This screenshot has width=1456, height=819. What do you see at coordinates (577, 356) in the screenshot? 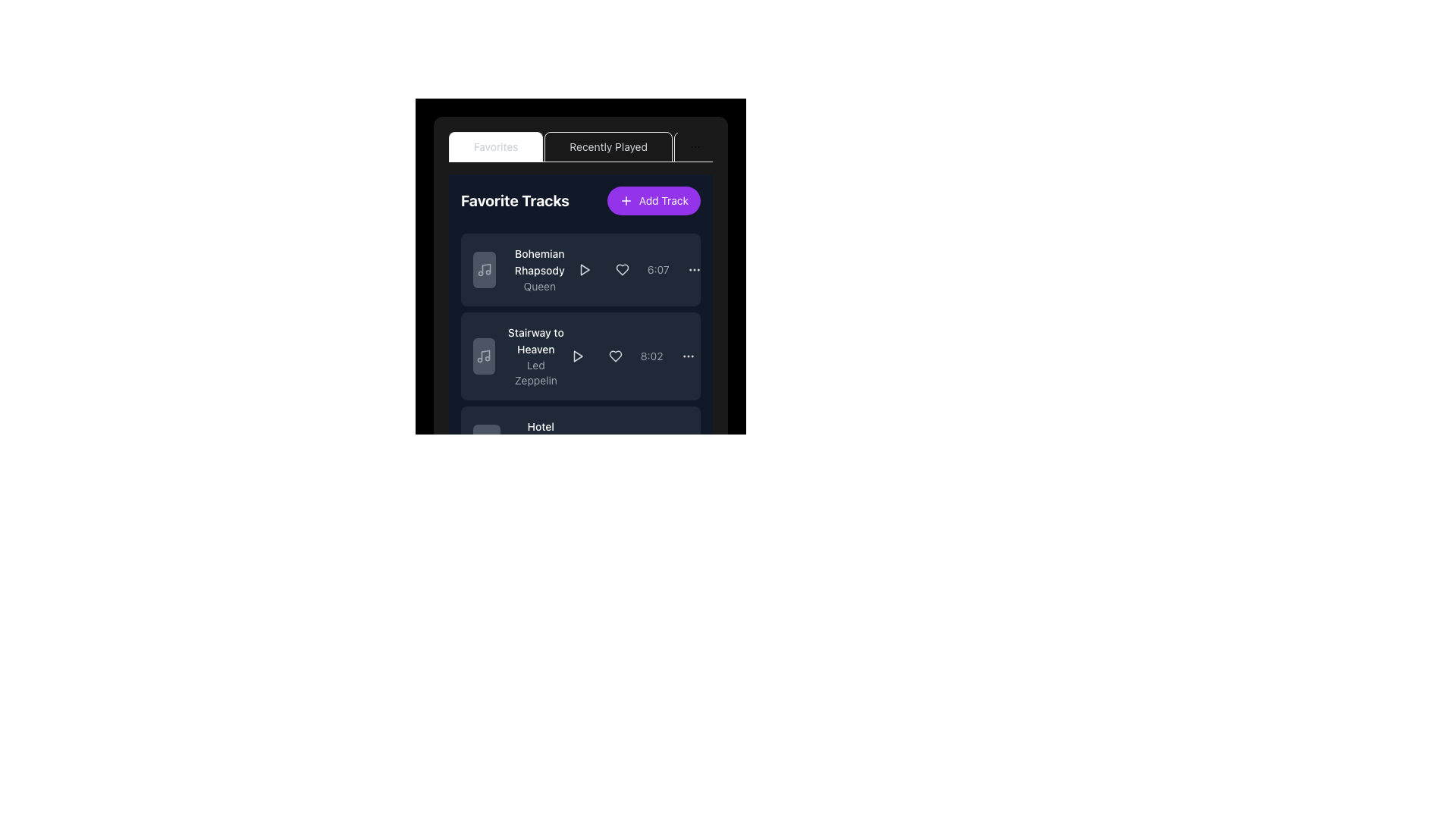
I see `the play button for the song 'Stairway to Heaven' by Led Zeppelin located in the second row of the 'Favorite Tracks' section to initiate playback` at bounding box center [577, 356].